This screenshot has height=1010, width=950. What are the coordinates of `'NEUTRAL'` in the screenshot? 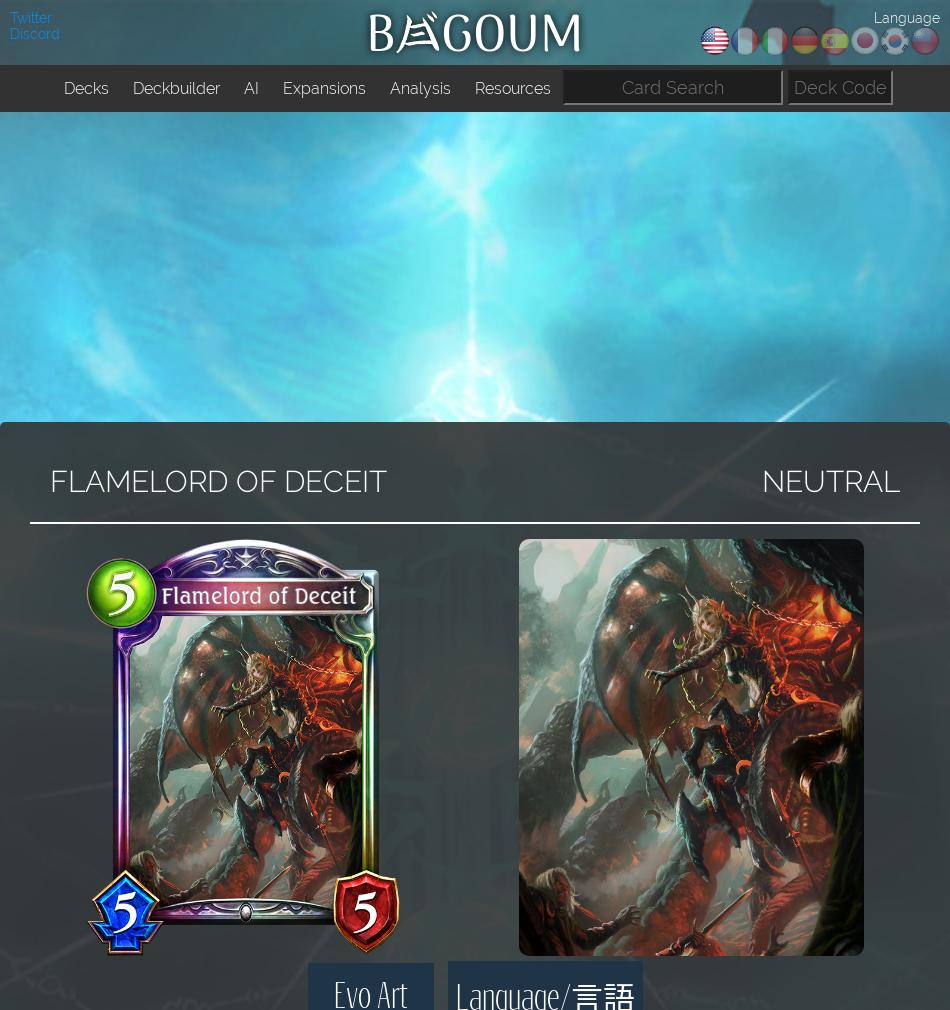 It's located at (829, 480).